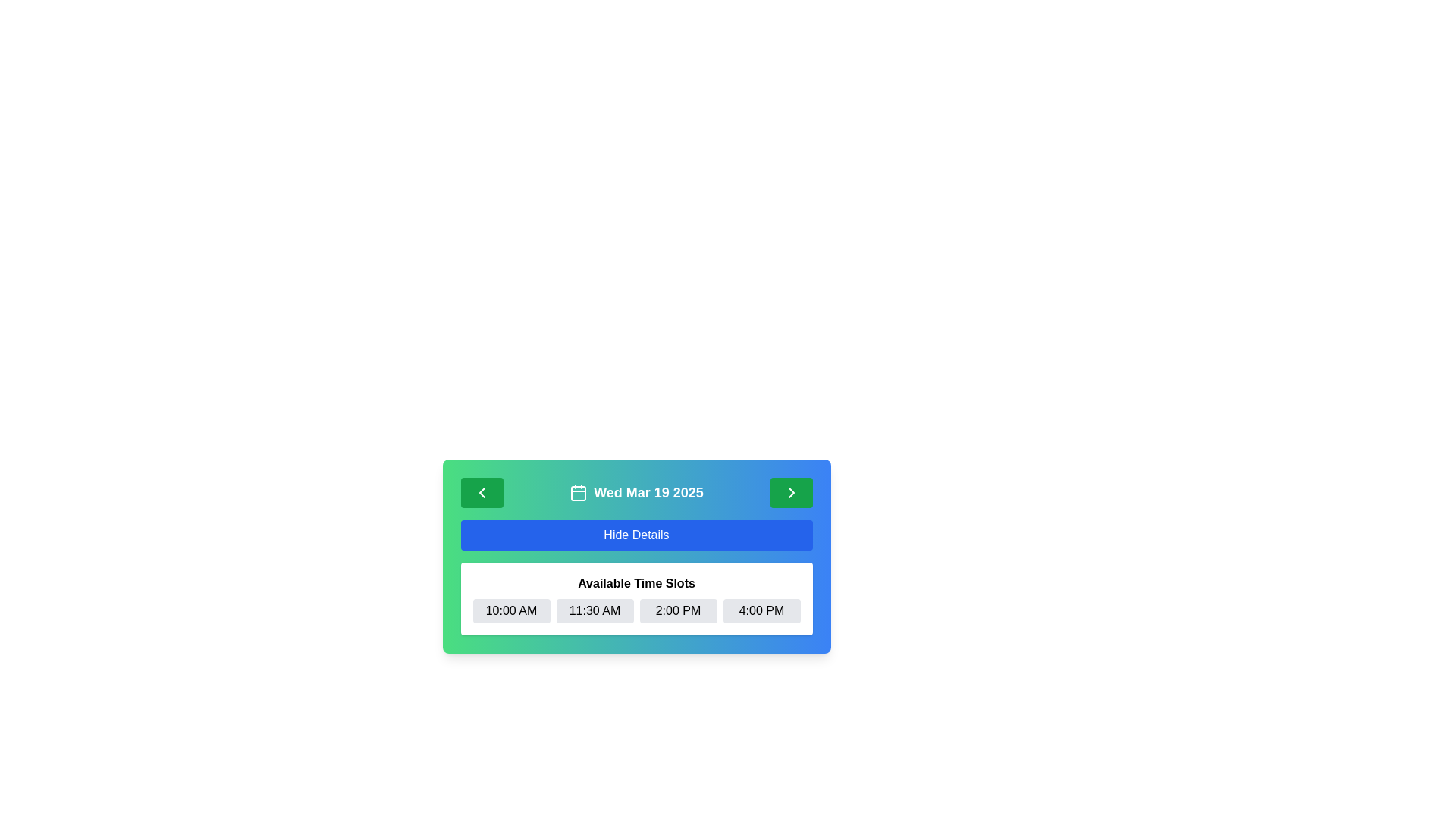 The width and height of the screenshot is (1456, 819). What do you see at coordinates (594, 610) in the screenshot?
I see `the '11:30 AM' time slot button located between the '10:00 AM' and '2:00 PM' buttons in the scheduling interface` at bounding box center [594, 610].